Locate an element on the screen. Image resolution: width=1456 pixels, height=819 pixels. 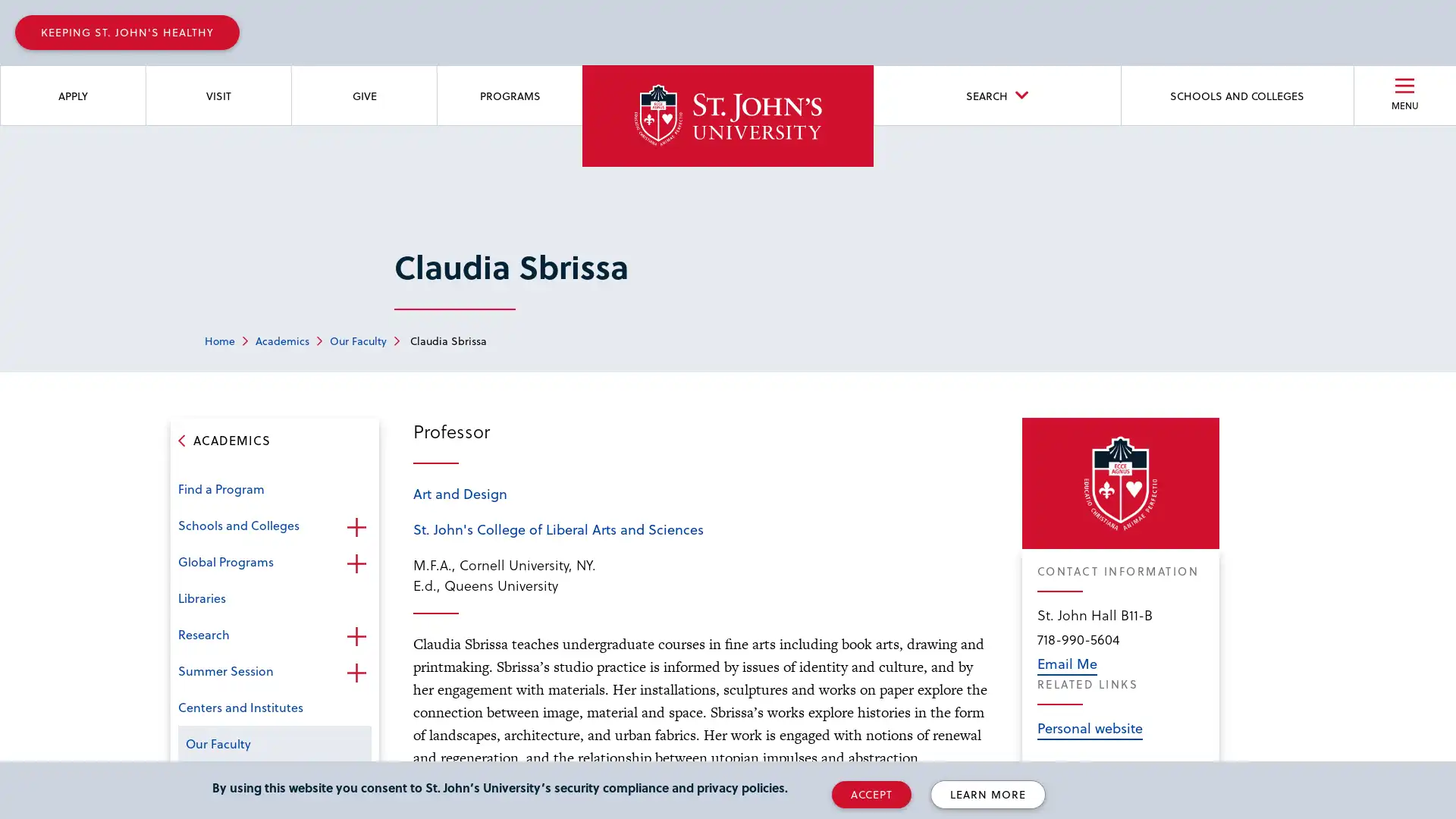
Open the sub-menu is located at coordinates (356, 781).